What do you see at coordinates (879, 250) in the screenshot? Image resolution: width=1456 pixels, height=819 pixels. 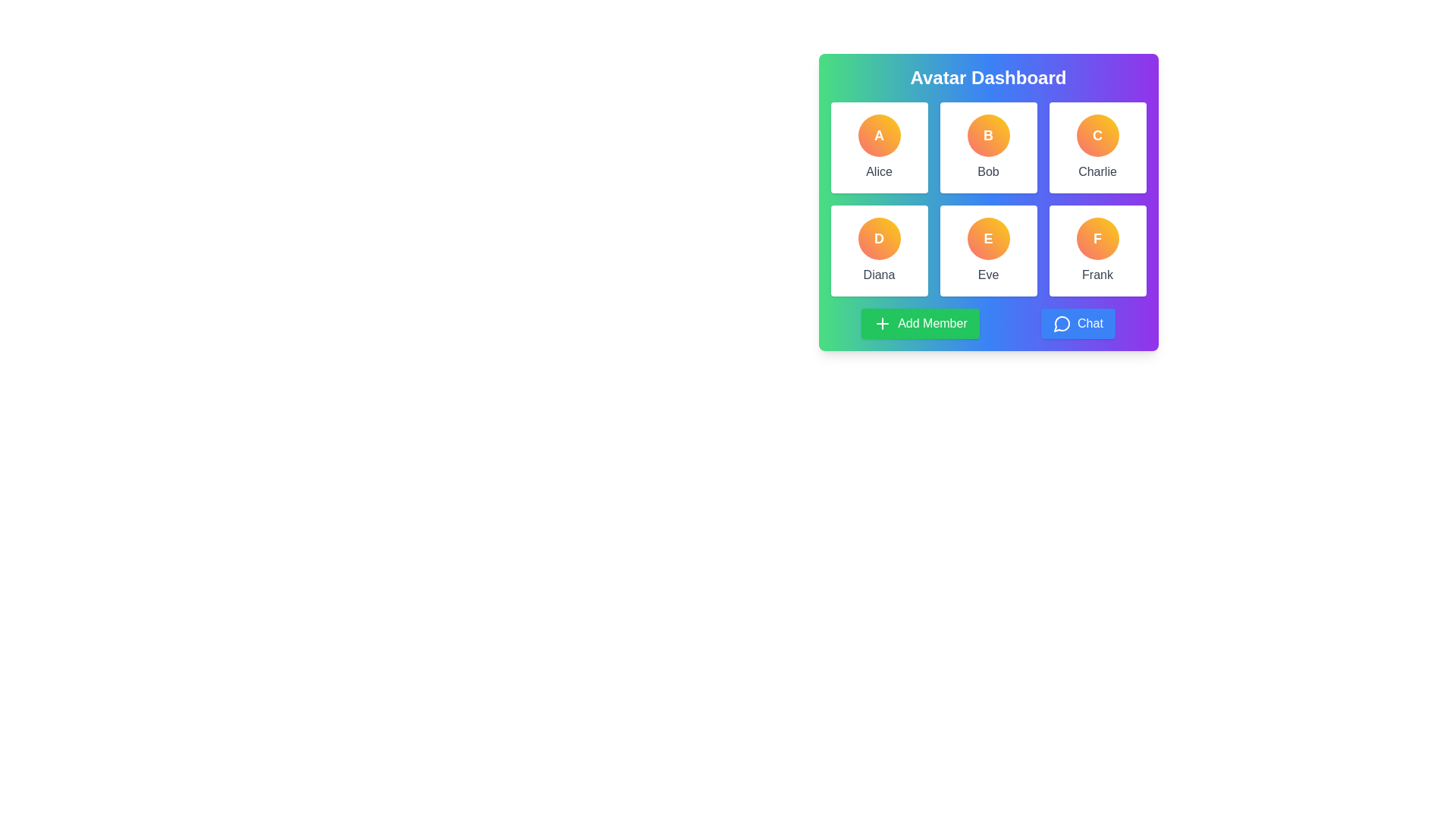 I see `the avatar in the user profile card for Diana` at bounding box center [879, 250].